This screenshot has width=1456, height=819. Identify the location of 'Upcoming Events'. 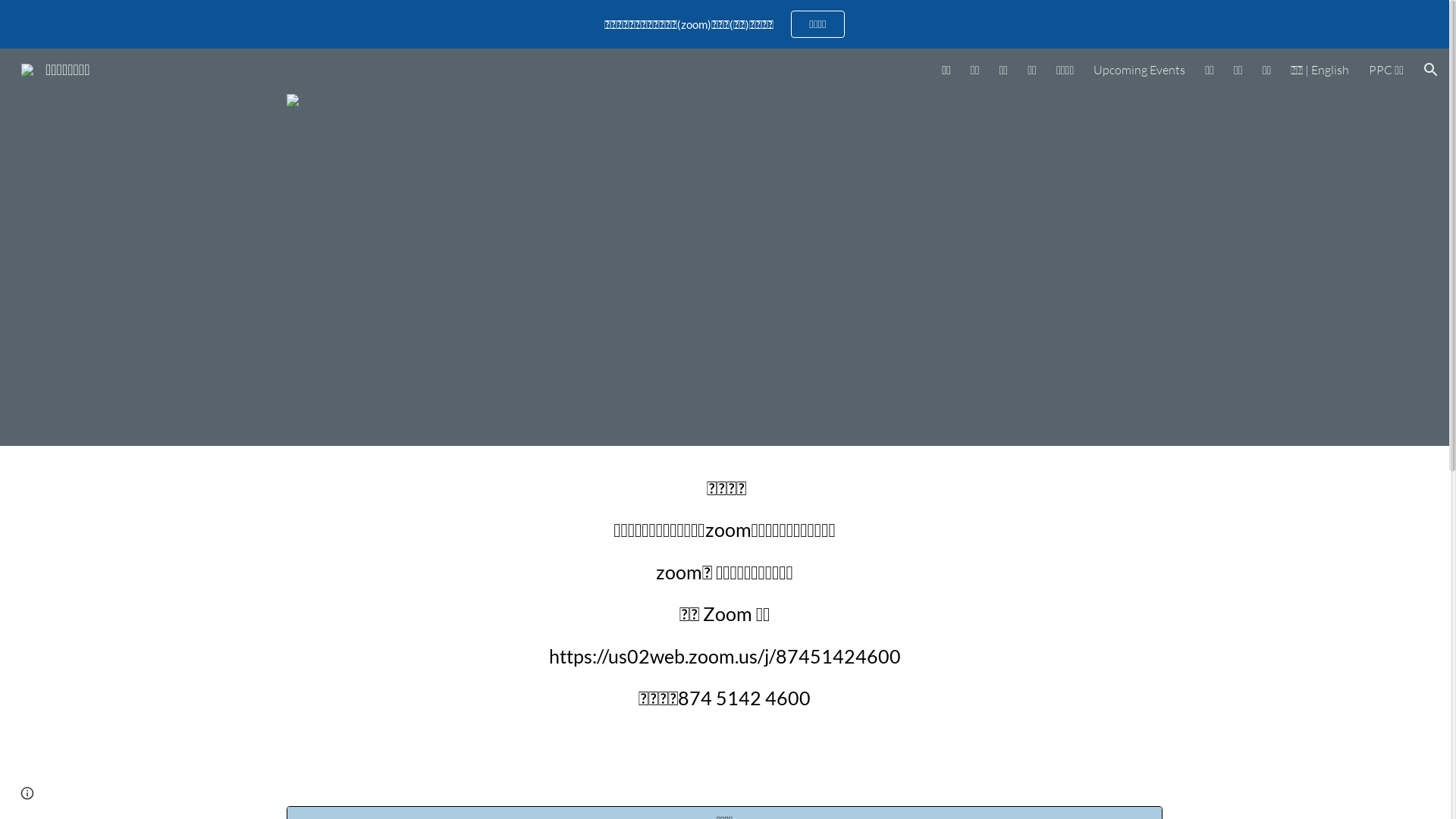
(1139, 70).